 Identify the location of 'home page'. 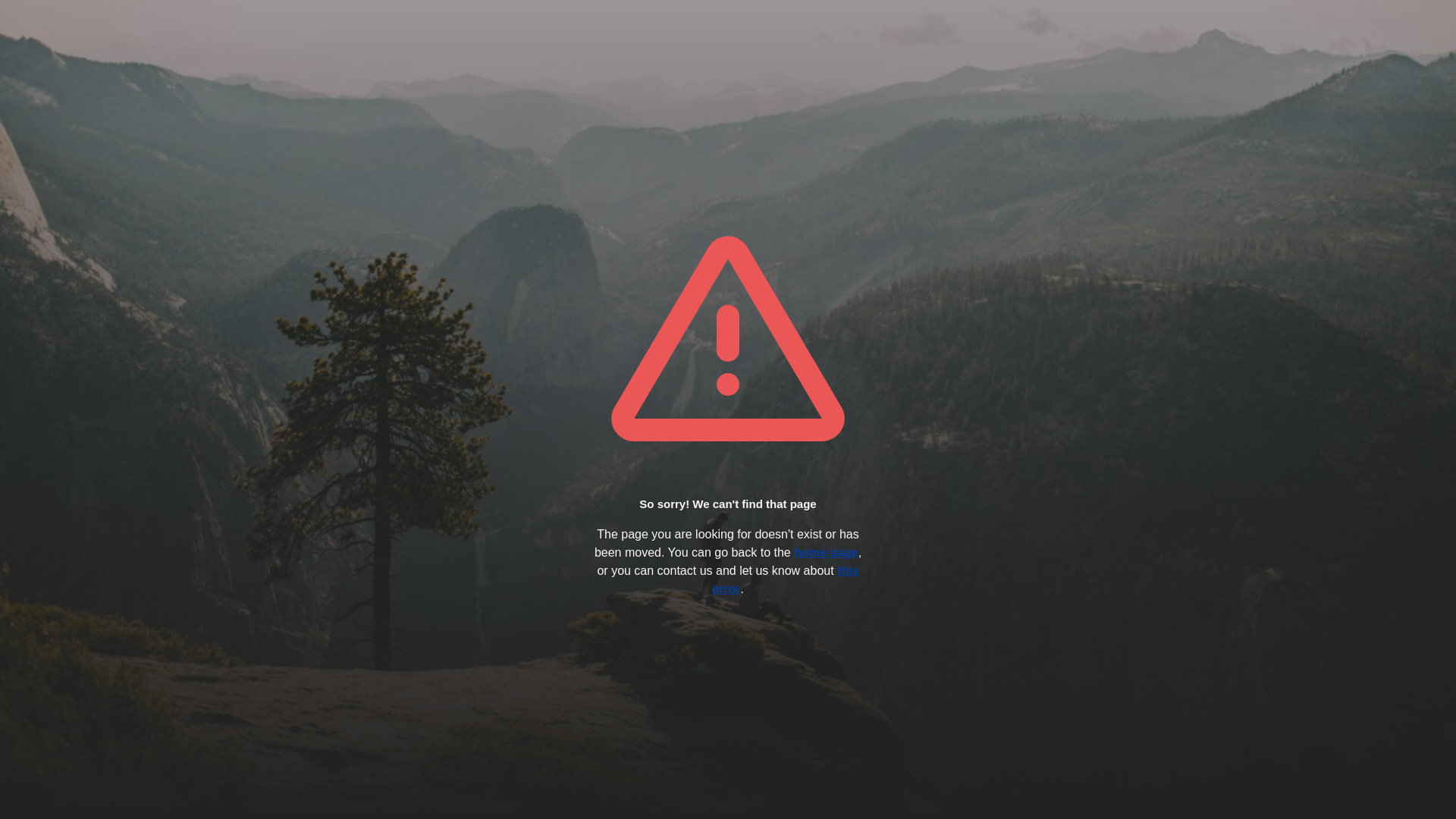
(825, 552).